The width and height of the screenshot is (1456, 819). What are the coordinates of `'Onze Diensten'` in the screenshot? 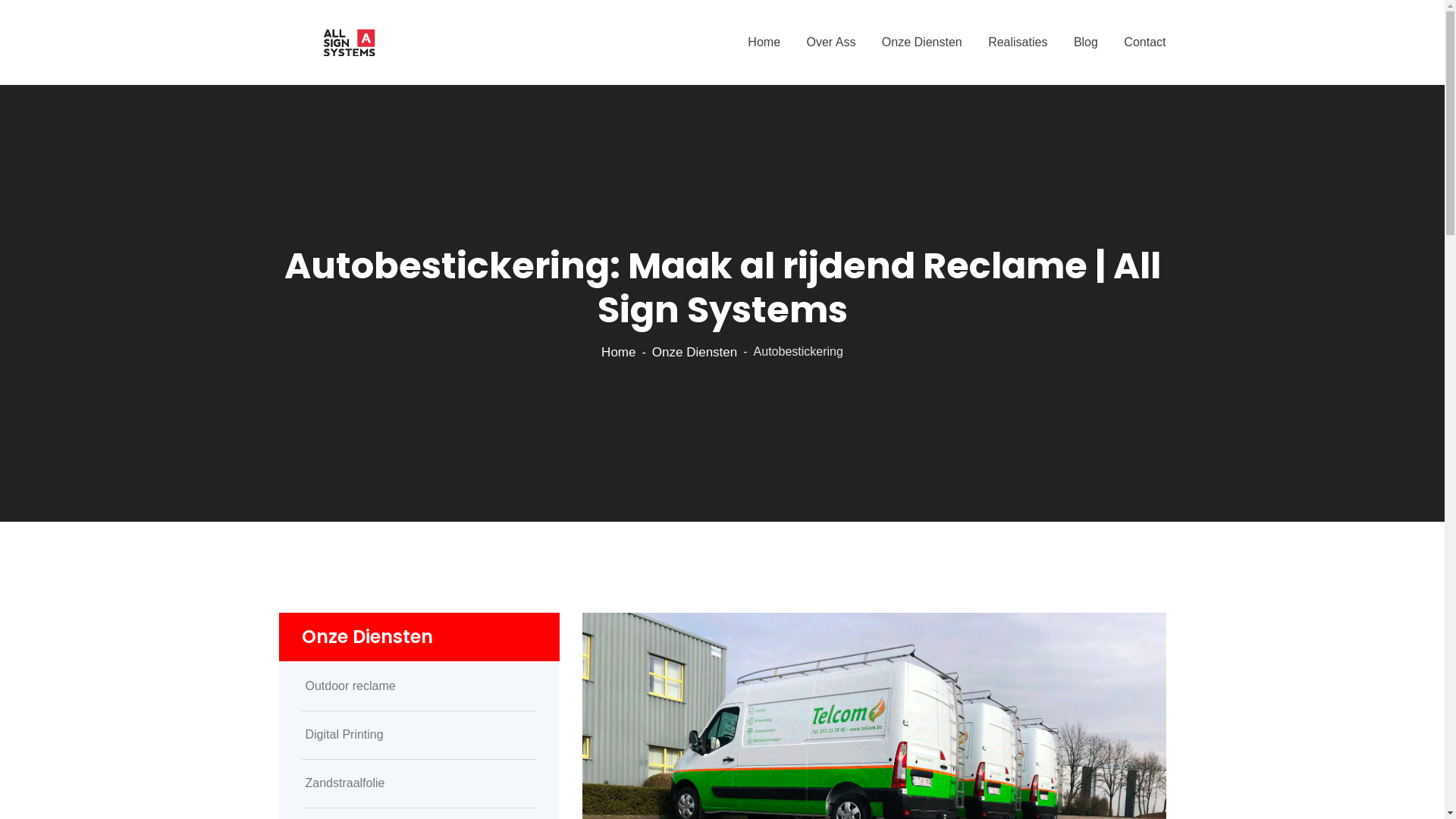 It's located at (921, 42).